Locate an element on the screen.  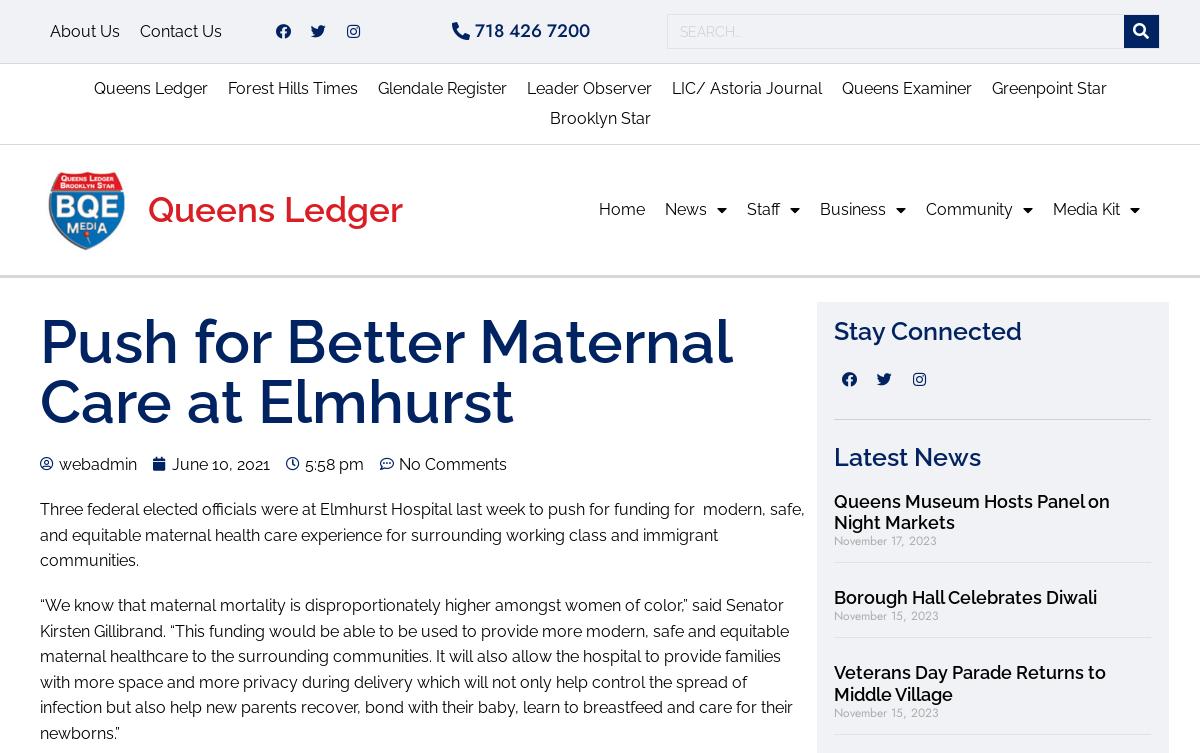
'News' is located at coordinates (686, 207).